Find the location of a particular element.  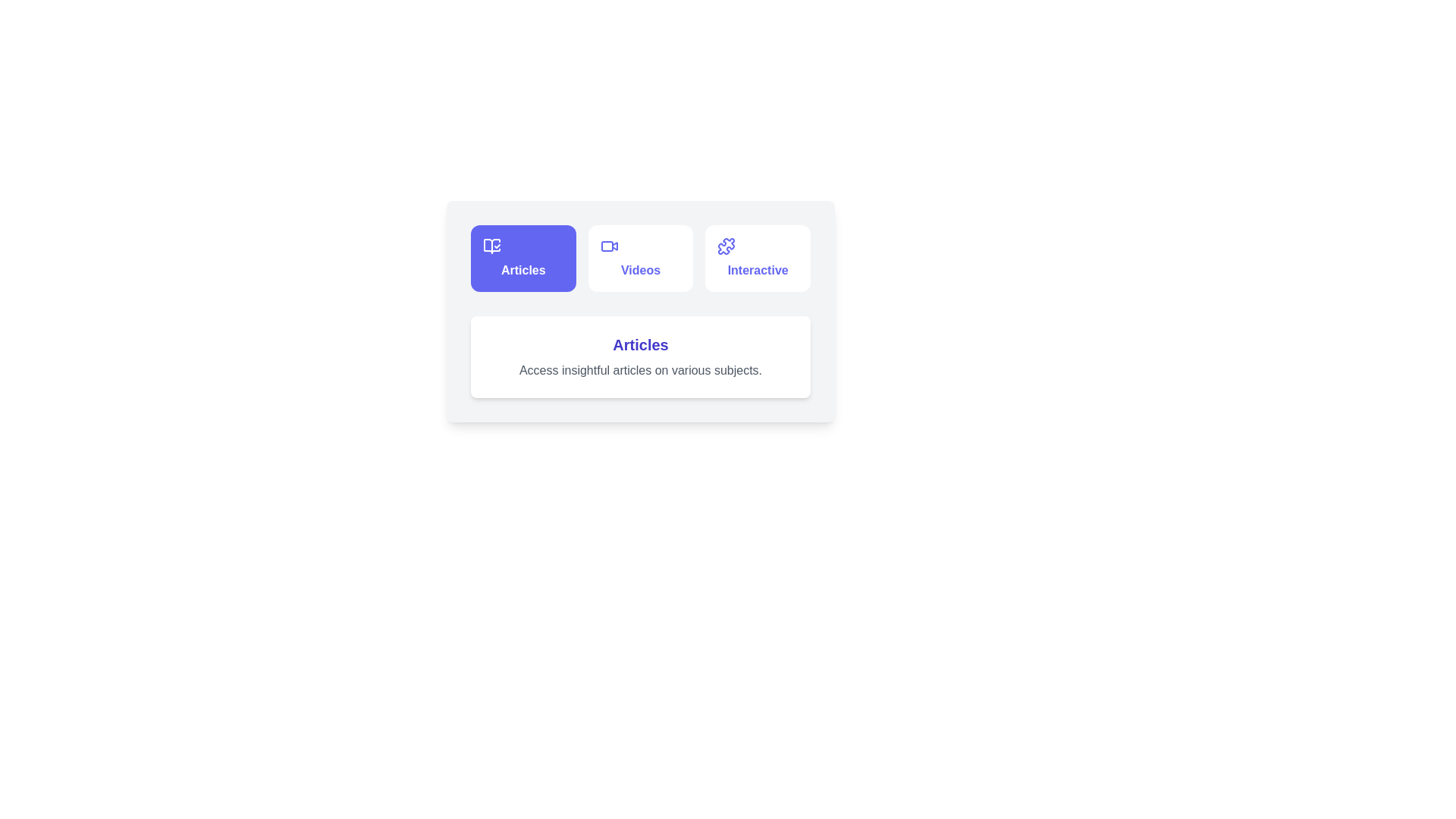

the tab button labeled 'Articles' to observe the hover effect is located at coordinates (523, 257).